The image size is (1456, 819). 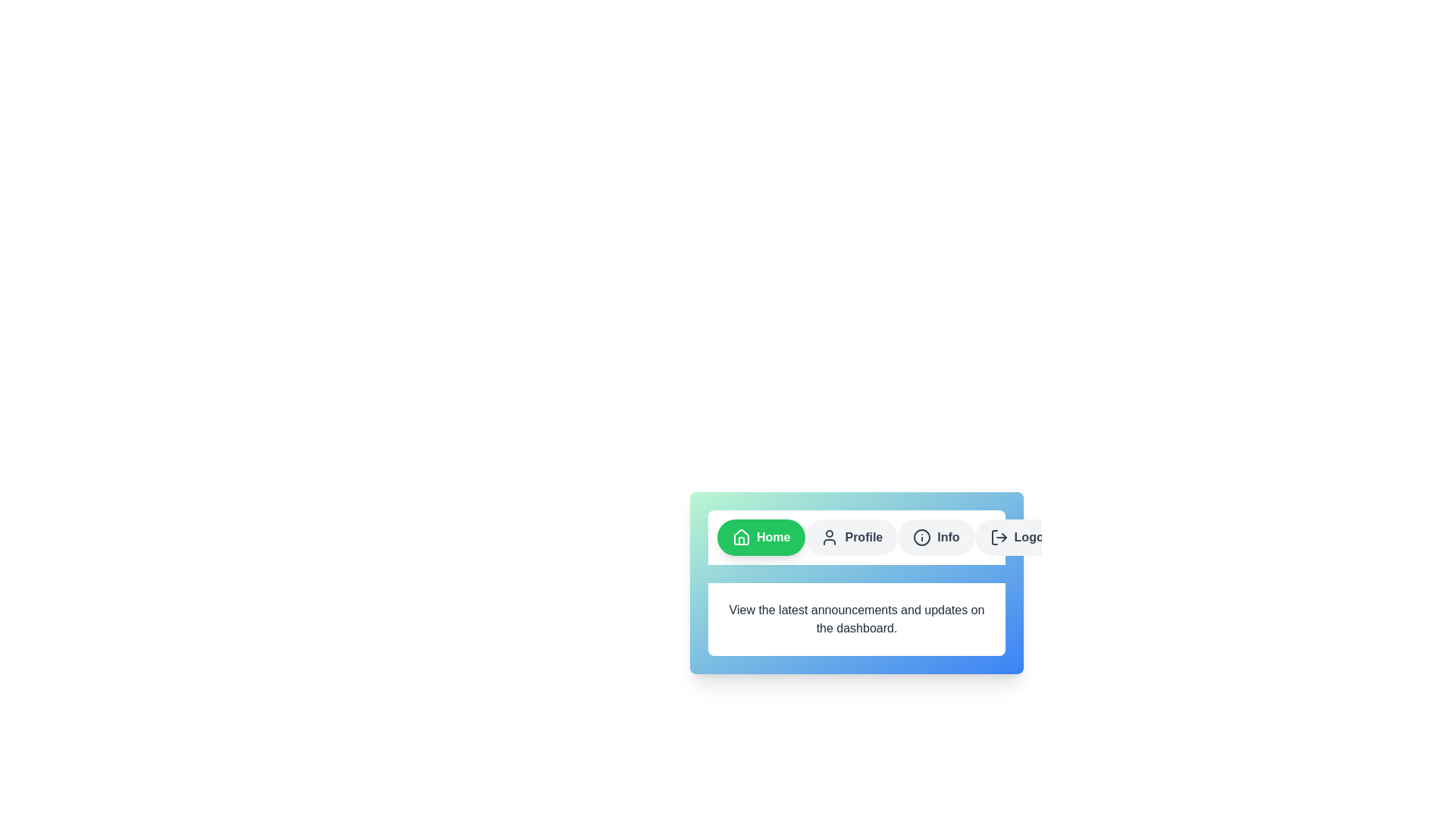 I want to click on the house-shaped icon on the button labeled 'Home', which is located at the top-left side of the interface, so click(x=742, y=537).